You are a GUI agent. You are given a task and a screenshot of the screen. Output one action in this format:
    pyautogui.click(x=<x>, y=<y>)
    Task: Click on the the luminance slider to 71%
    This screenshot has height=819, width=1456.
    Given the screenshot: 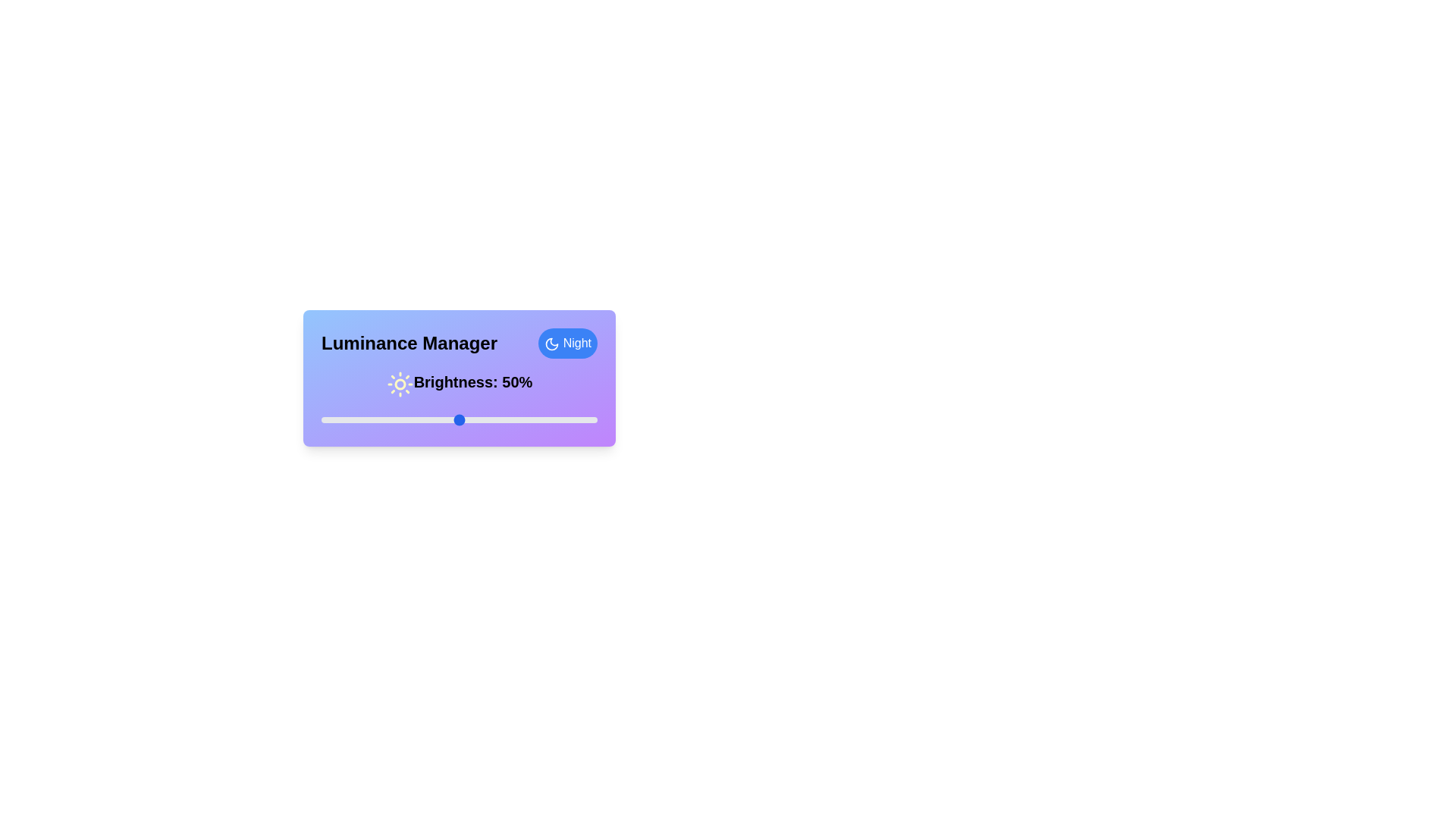 What is the action you would take?
    pyautogui.click(x=517, y=420)
    